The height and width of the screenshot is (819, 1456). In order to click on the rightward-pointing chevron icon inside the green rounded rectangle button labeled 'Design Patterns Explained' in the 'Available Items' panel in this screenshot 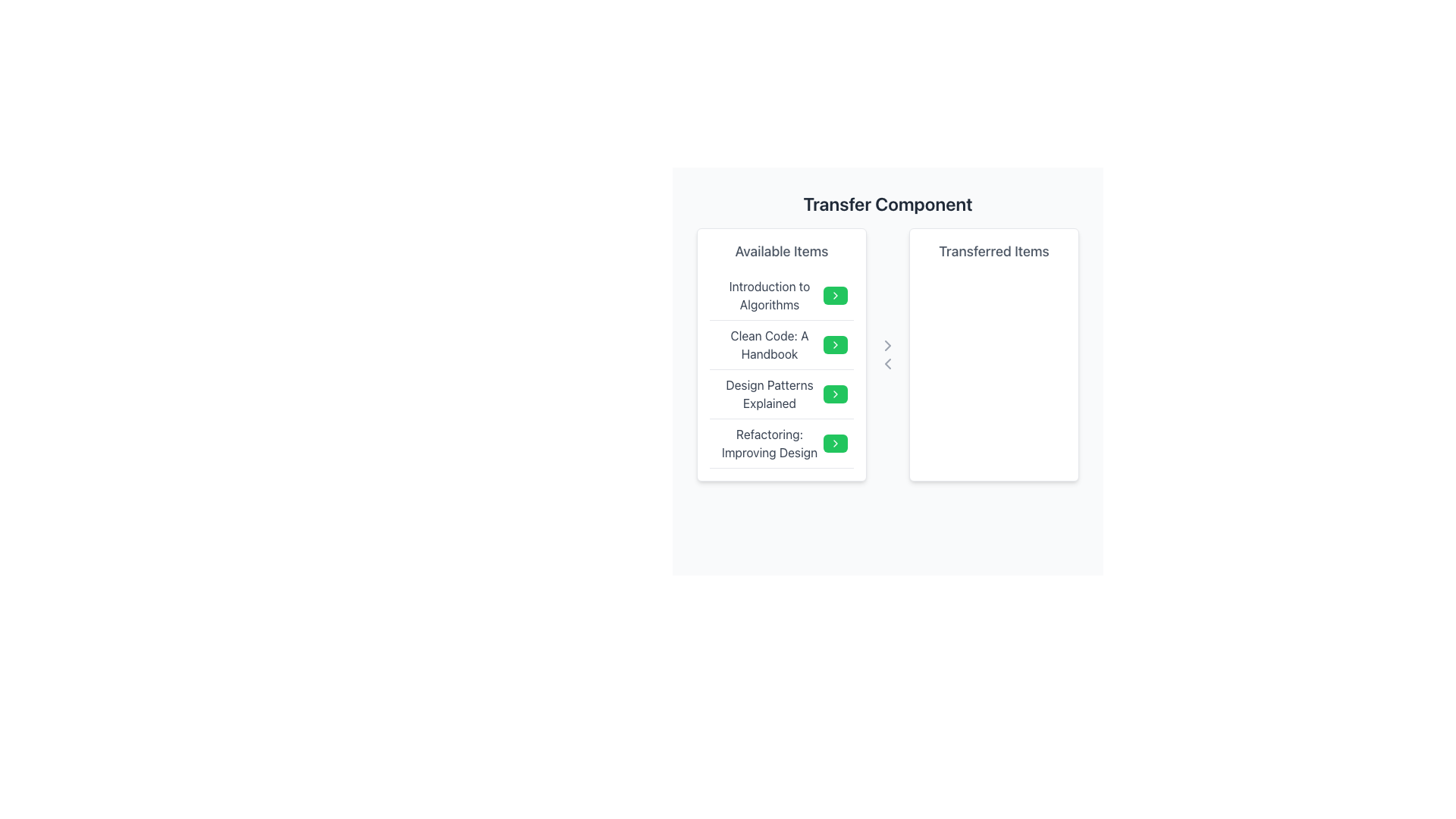, I will do `click(835, 394)`.